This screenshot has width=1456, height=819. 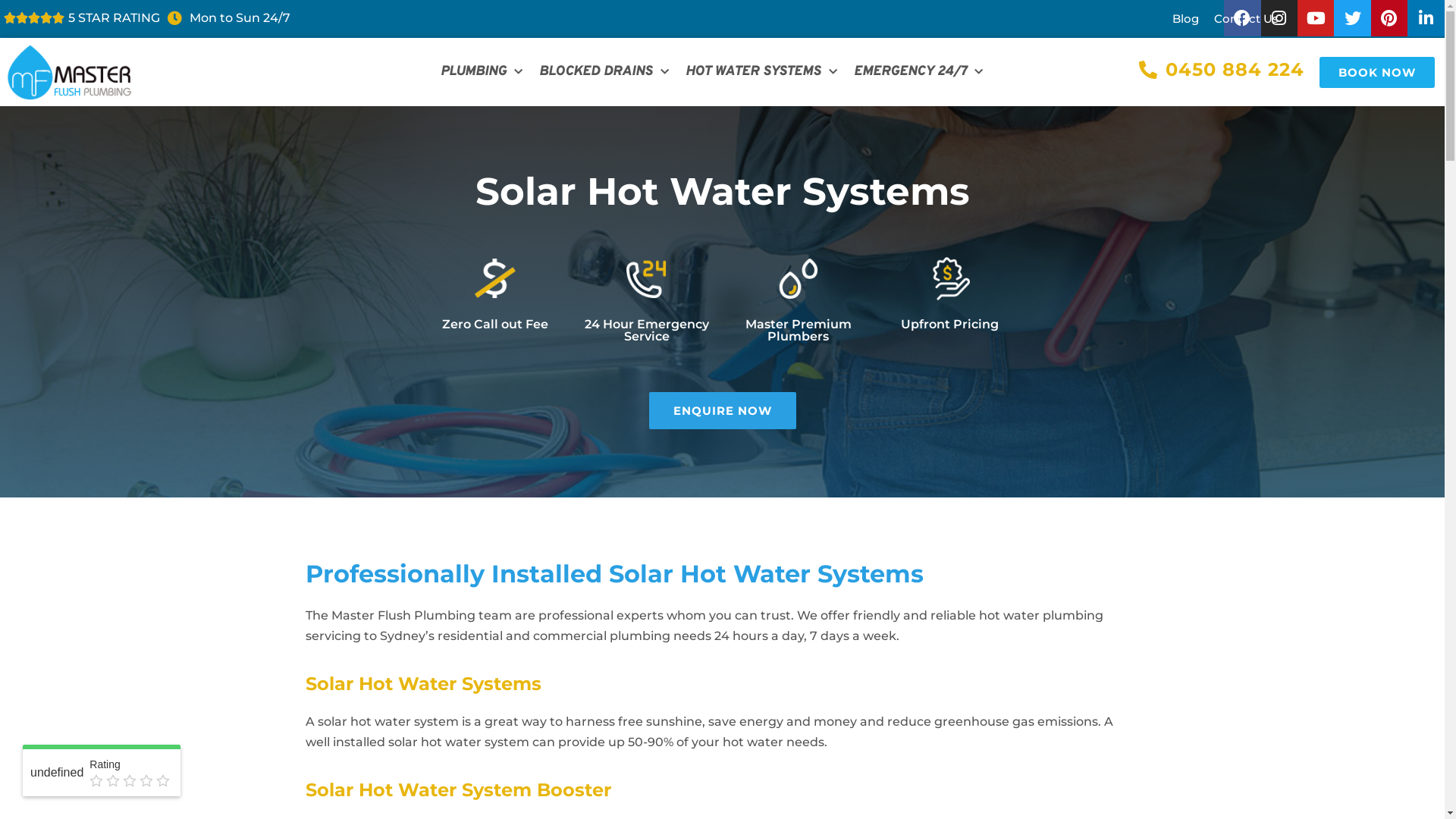 I want to click on 't-upfront', so click(x=949, y=278).